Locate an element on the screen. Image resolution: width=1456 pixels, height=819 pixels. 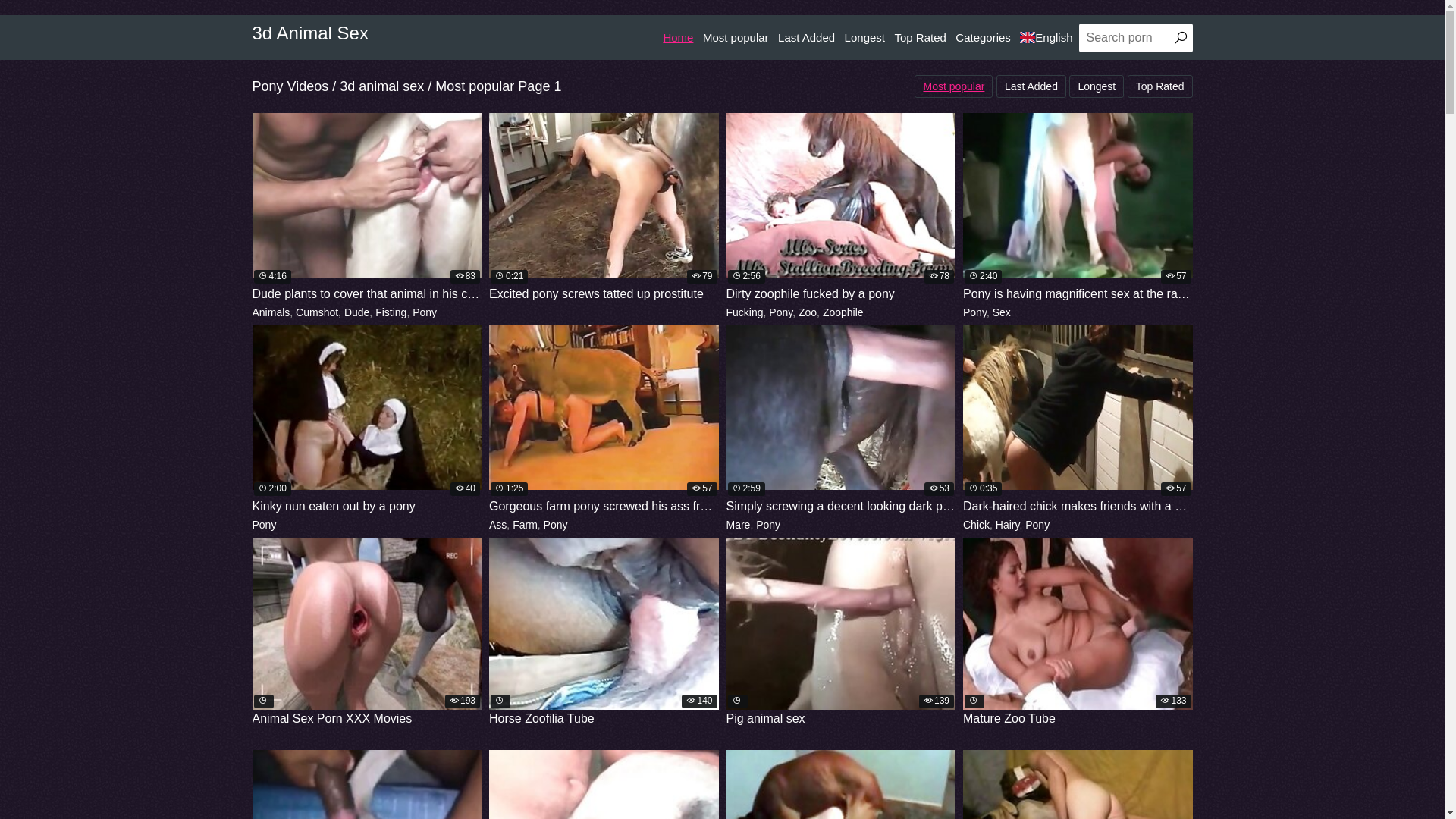
'Hairy' is located at coordinates (1008, 523).